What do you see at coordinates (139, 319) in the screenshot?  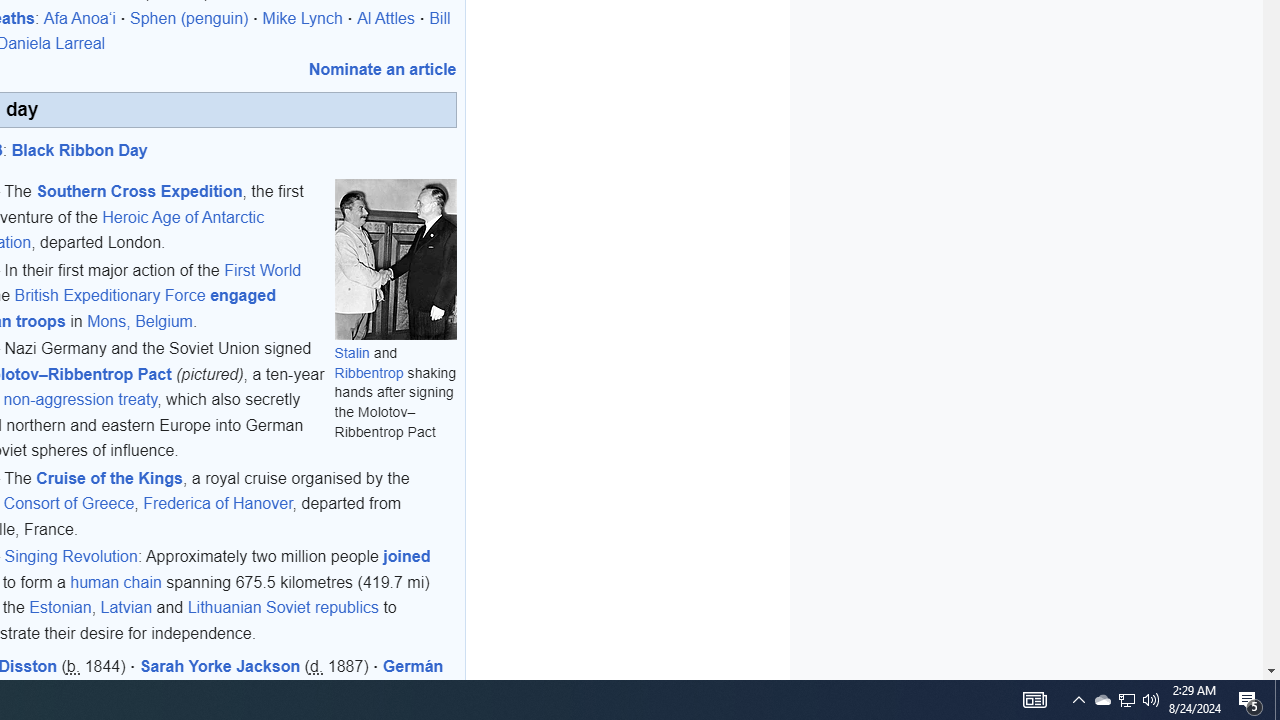 I see `'Mons, Belgium'` at bounding box center [139, 319].